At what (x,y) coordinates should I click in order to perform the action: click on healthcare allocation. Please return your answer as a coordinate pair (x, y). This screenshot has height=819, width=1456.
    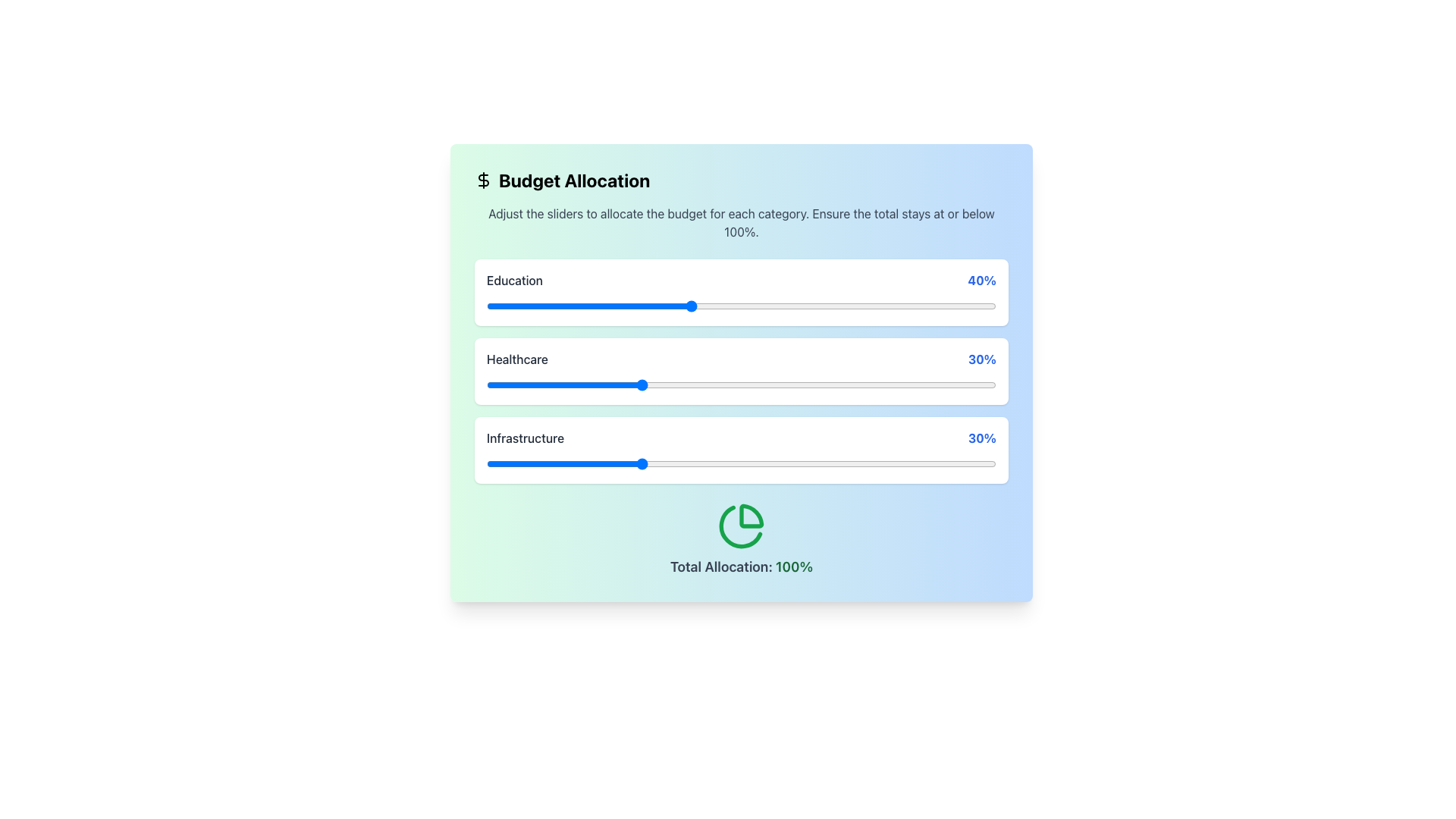
    Looking at the image, I should click on (593, 384).